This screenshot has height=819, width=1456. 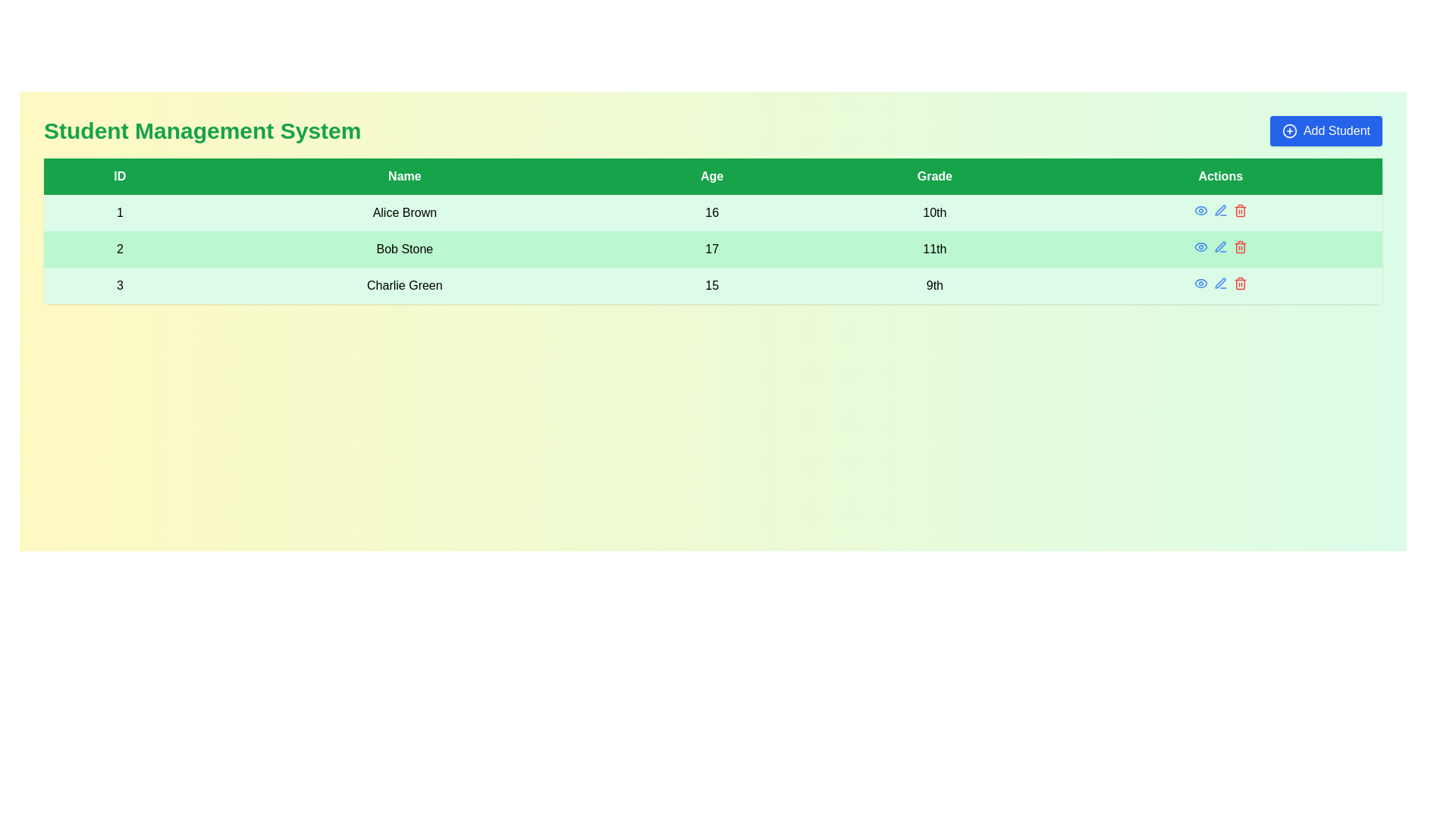 What do you see at coordinates (1240, 247) in the screenshot?
I see `the central part of the trash bin icon in the 'Actions' column corresponding to the second row for the entity 'Bob Stone'` at bounding box center [1240, 247].